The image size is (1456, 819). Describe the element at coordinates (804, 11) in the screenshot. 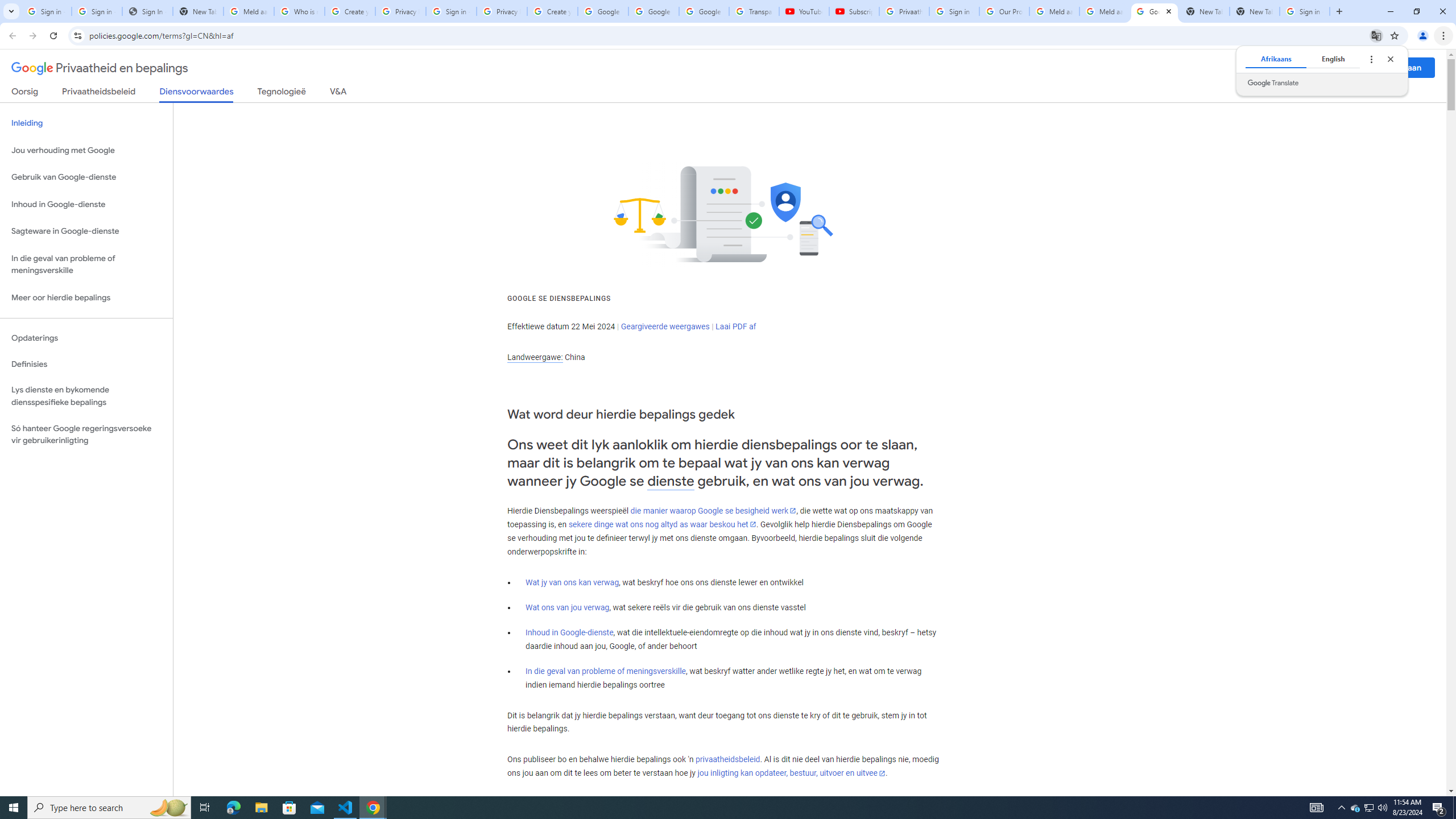

I see `'YouTube'` at that location.